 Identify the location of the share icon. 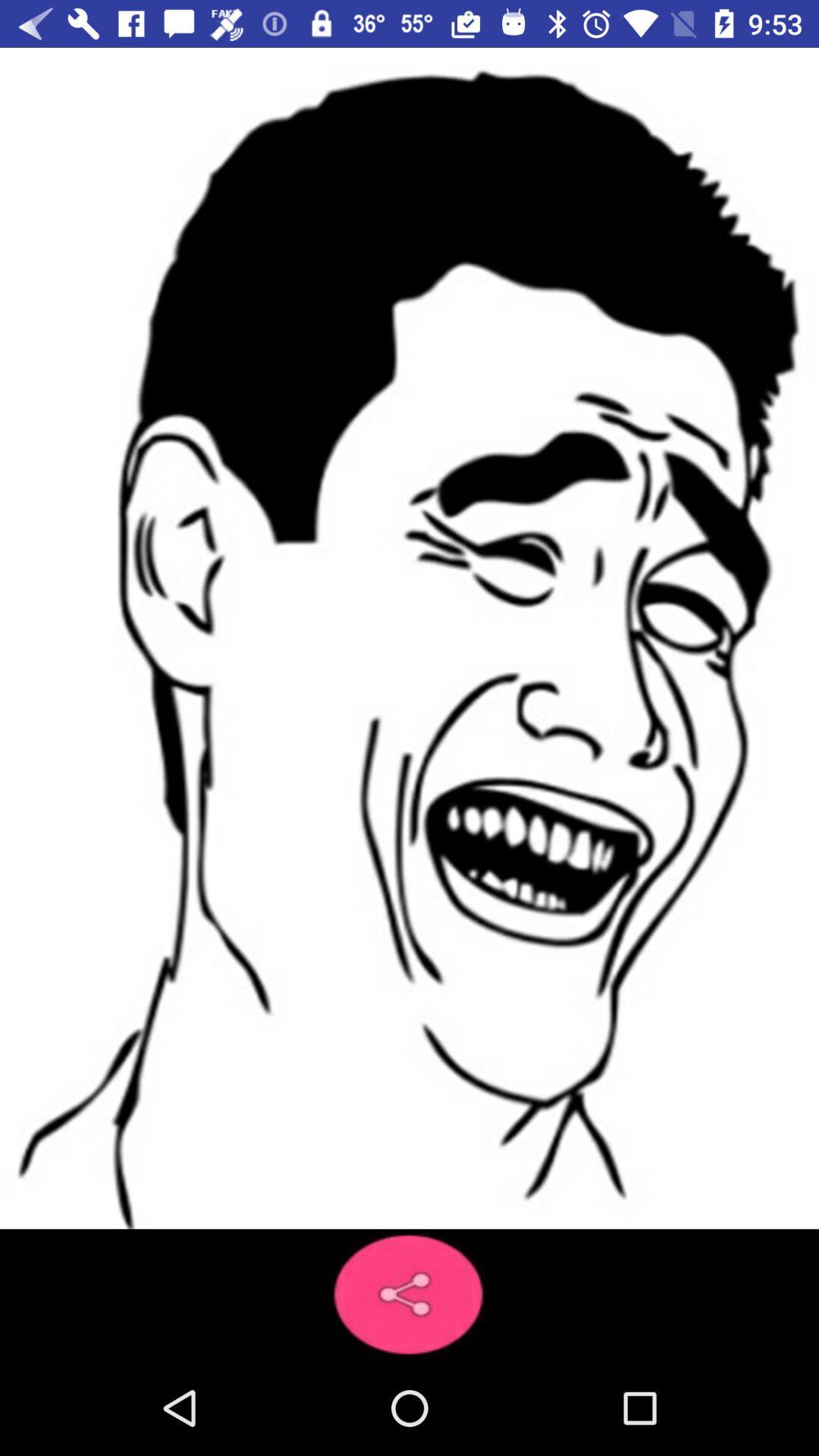
(409, 1294).